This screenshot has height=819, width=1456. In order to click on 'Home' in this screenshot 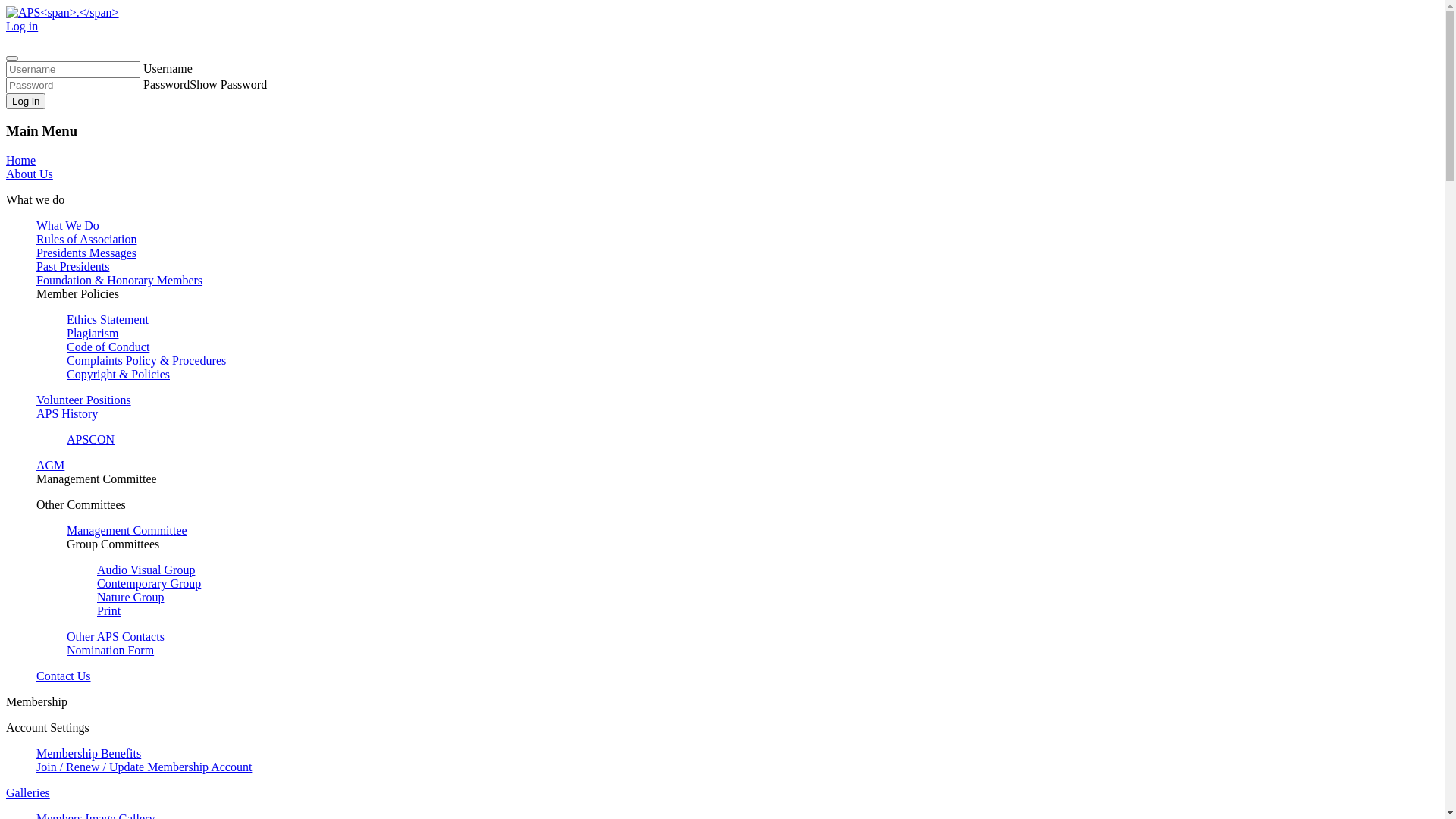, I will do `click(20, 160)`.